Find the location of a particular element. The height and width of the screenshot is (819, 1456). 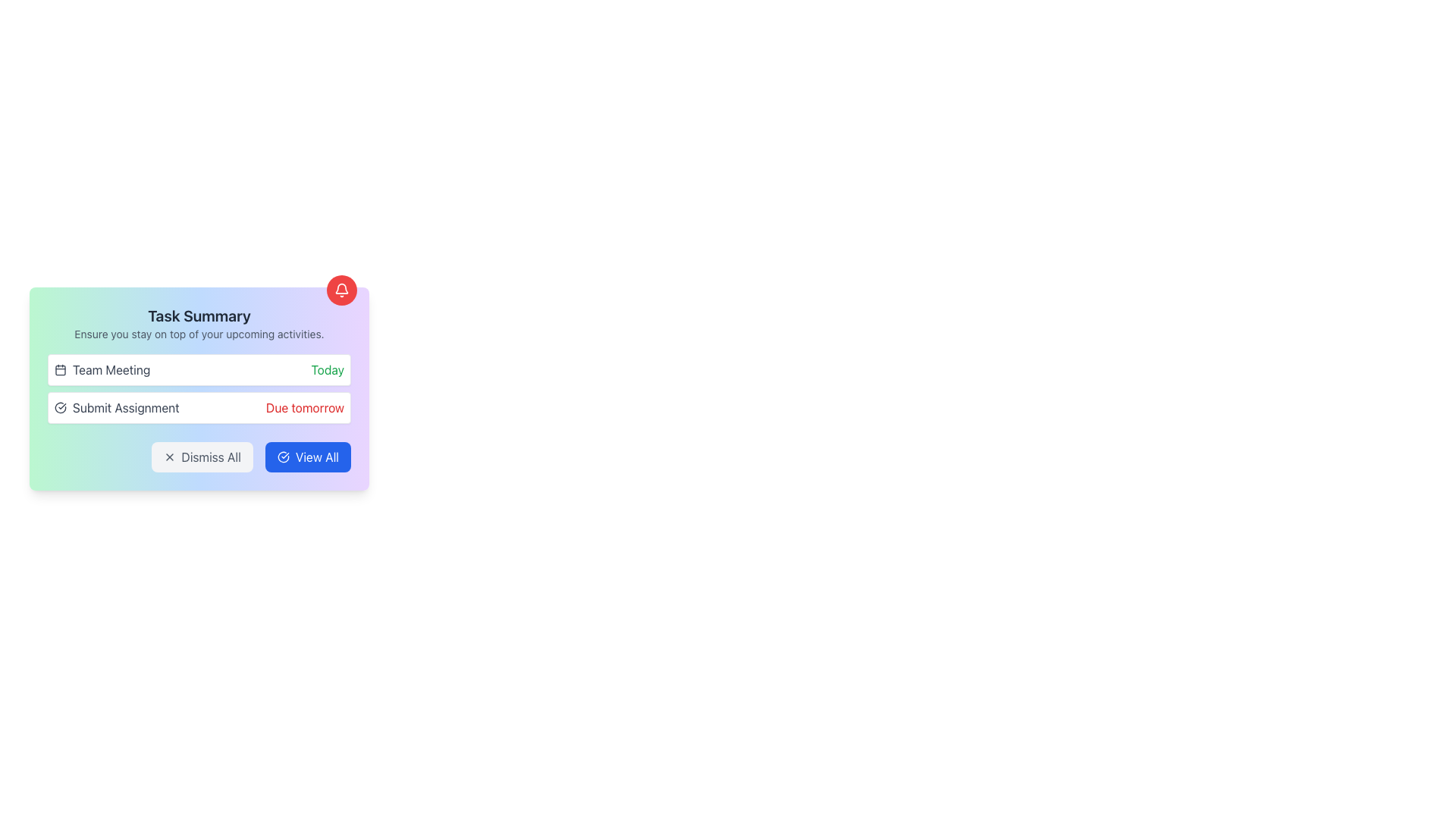

the blue checkmark icon encased in a circle, located to the left of the 'View All' text label within the button at the bottom-right corner of the task summary card is located at coordinates (283, 456).